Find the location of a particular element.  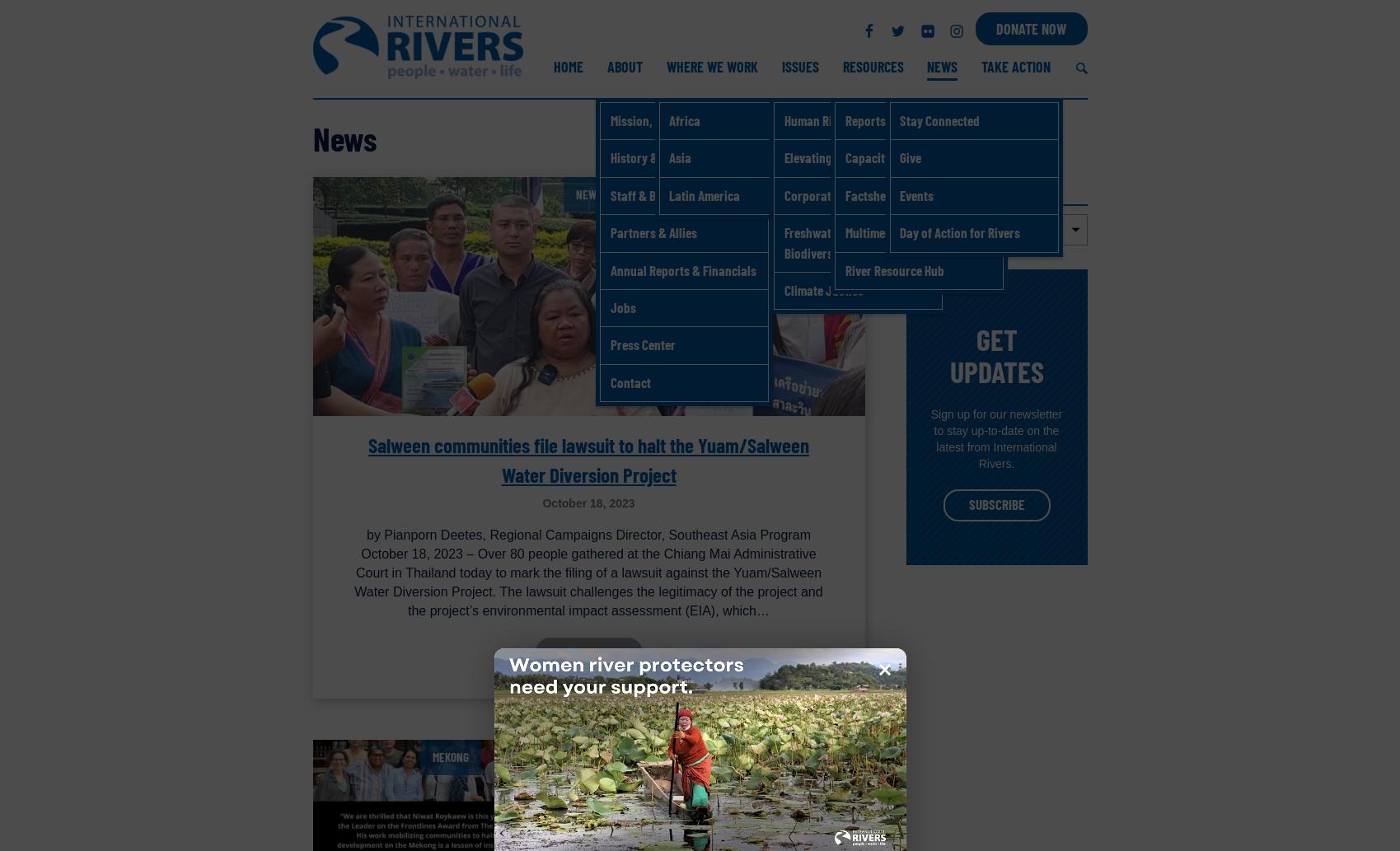

'Human Rights' is located at coordinates (819, 119).